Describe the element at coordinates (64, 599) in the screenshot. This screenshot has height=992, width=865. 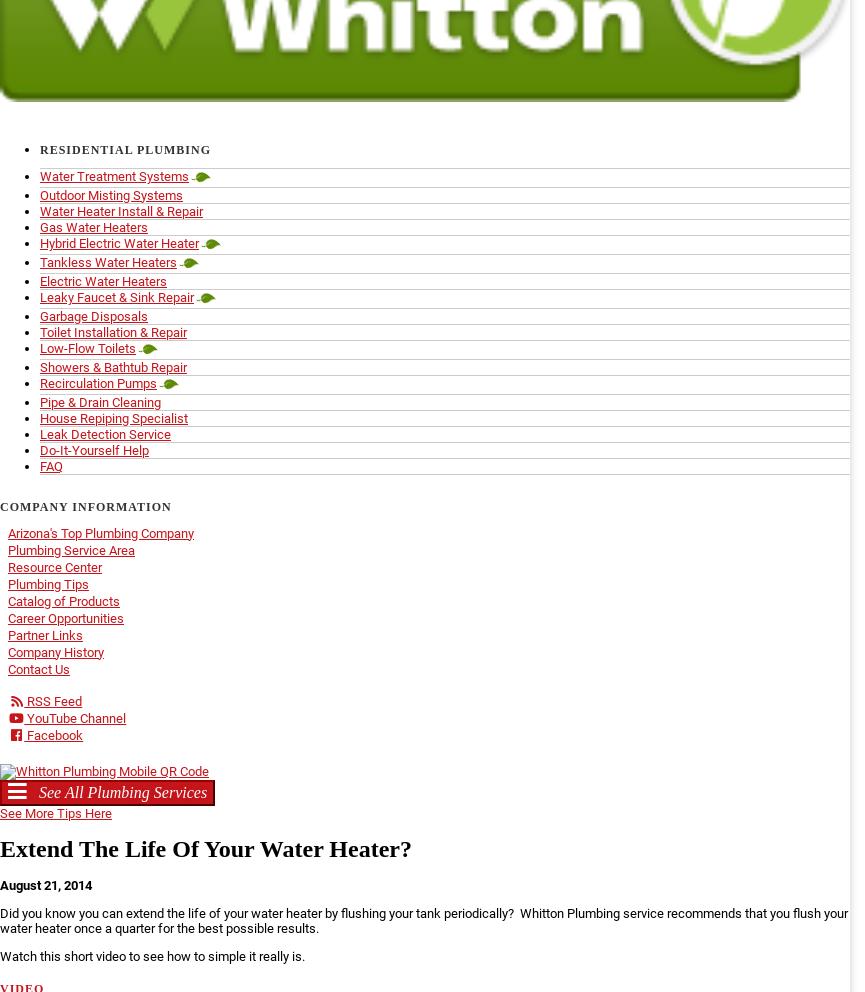
I see `'Catalog of Products'` at that location.